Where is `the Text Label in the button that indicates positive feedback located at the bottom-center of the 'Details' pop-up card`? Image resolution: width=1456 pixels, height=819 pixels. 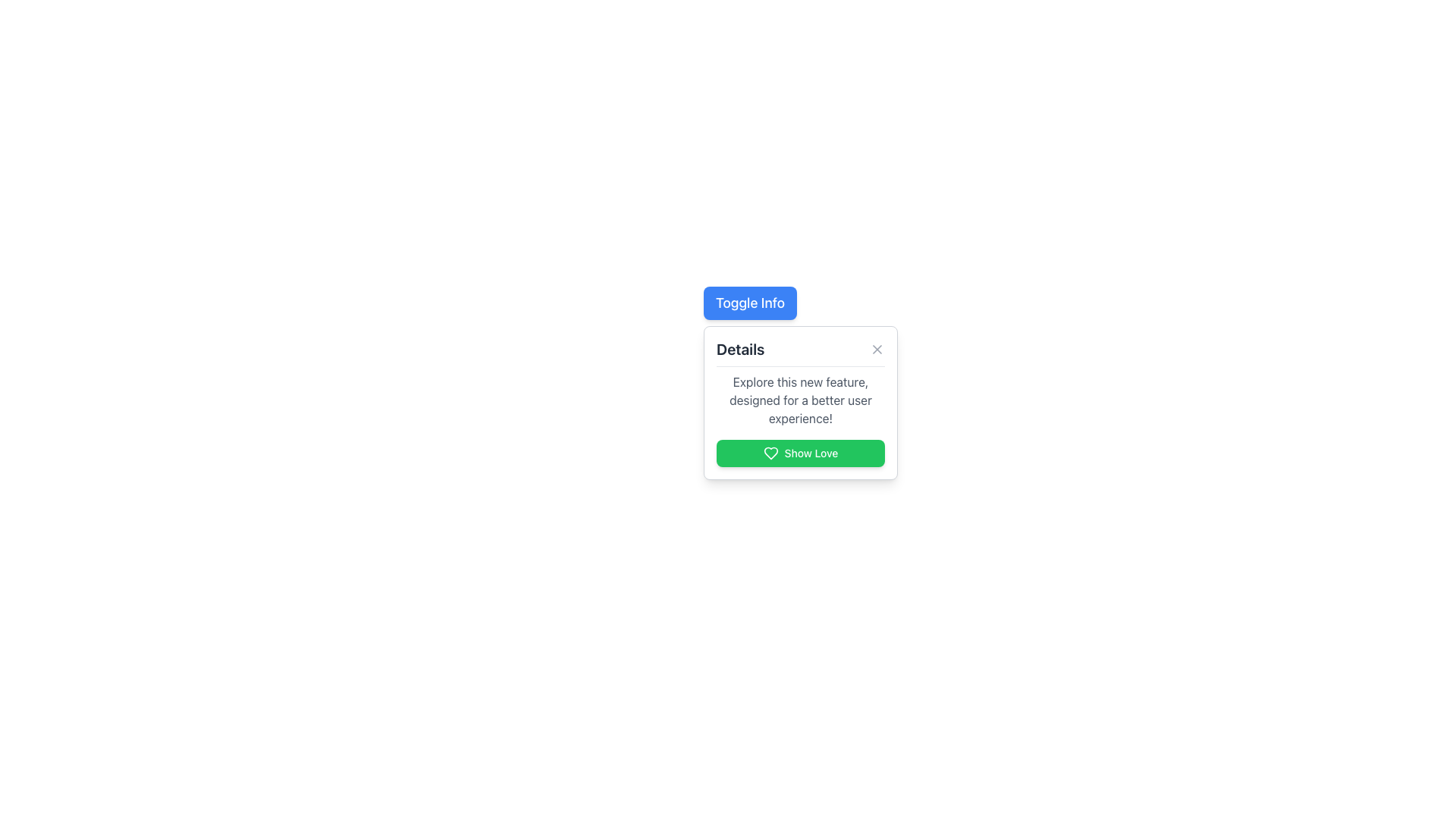
the Text Label in the button that indicates positive feedback located at the bottom-center of the 'Details' pop-up card is located at coordinates (811, 452).